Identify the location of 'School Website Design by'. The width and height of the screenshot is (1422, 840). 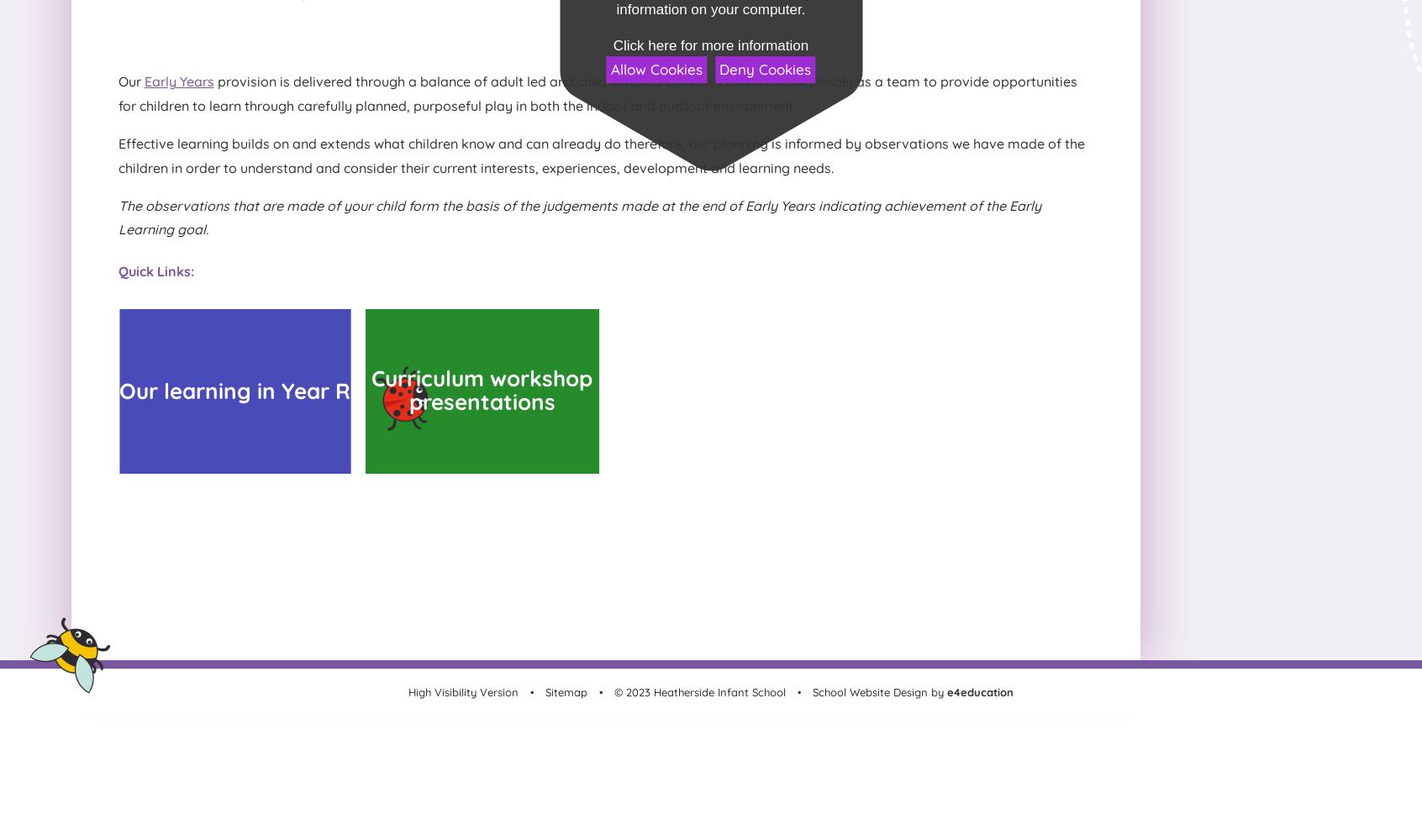
(877, 690).